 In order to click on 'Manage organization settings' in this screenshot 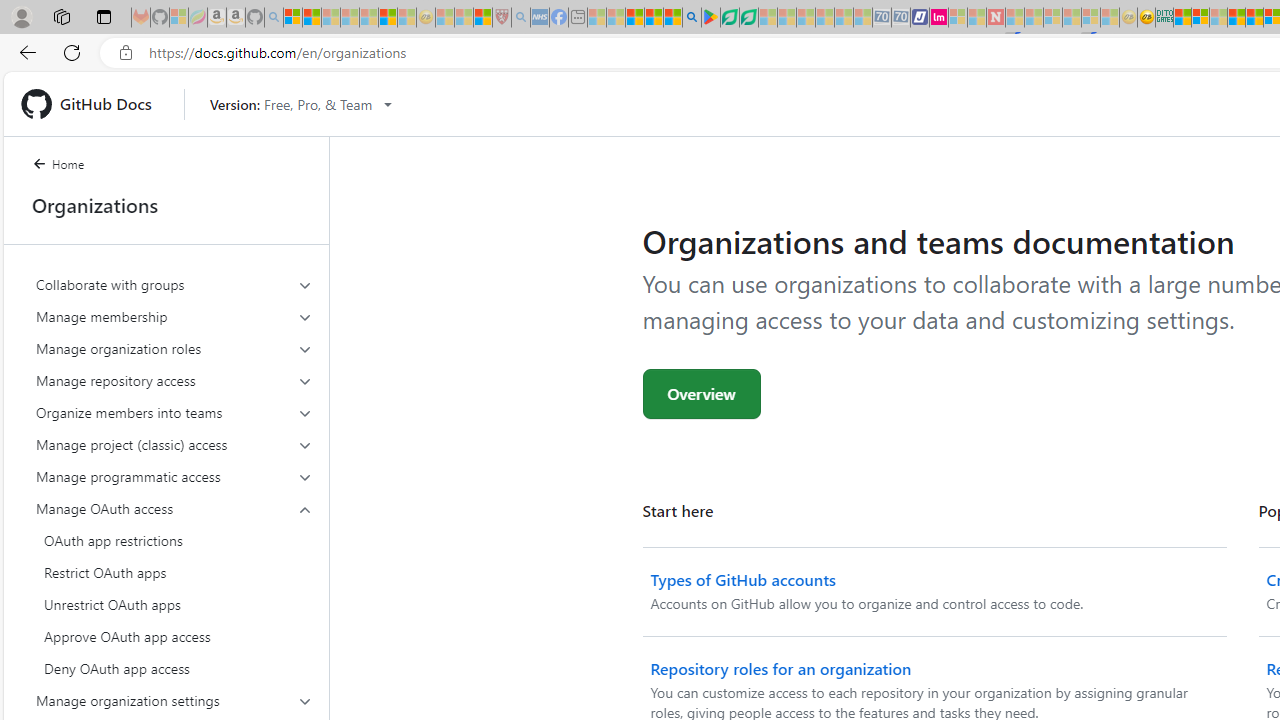, I will do `click(174, 699)`.